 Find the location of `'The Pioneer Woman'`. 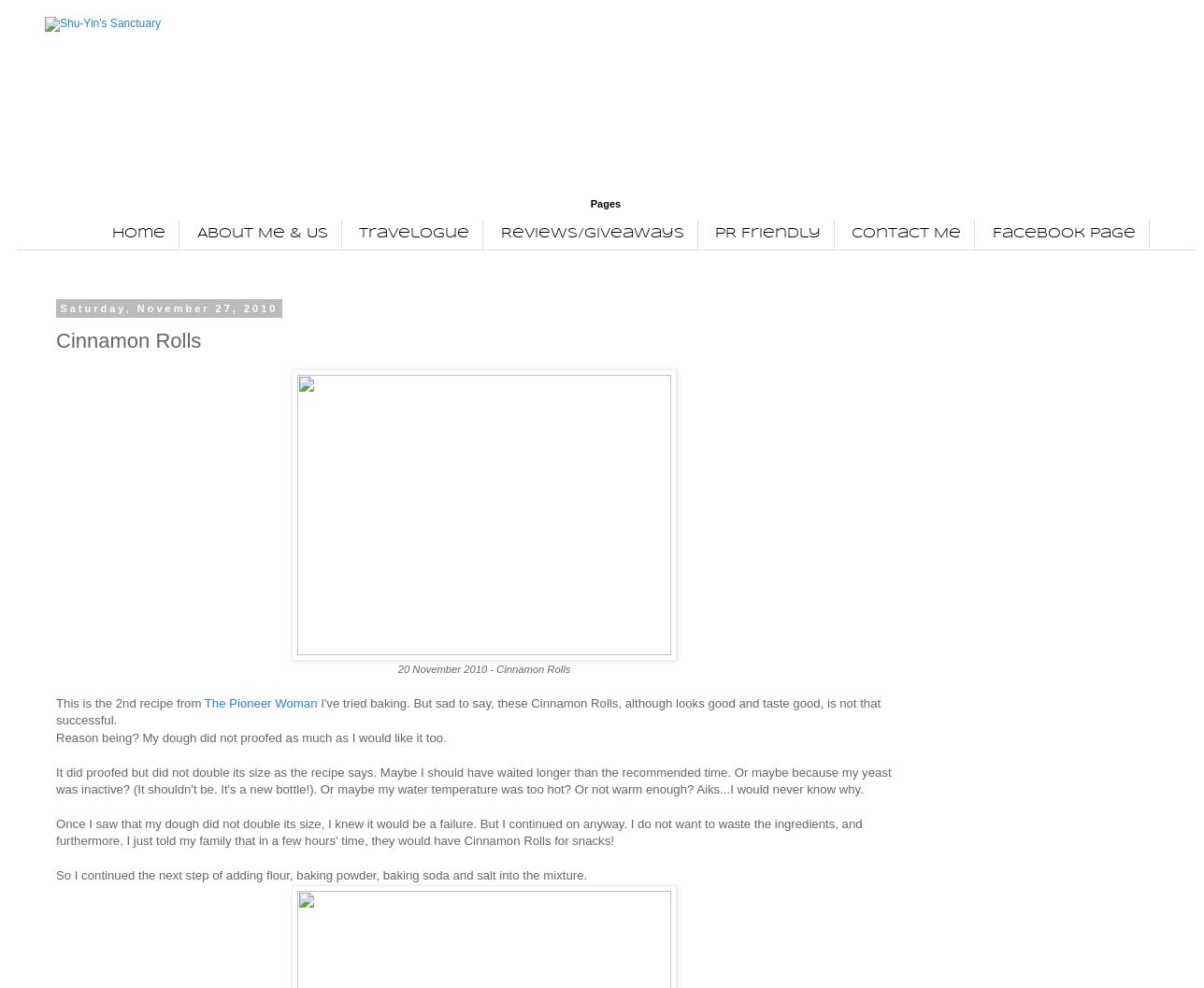

'The Pioneer Woman' is located at coordinates (260, 701).